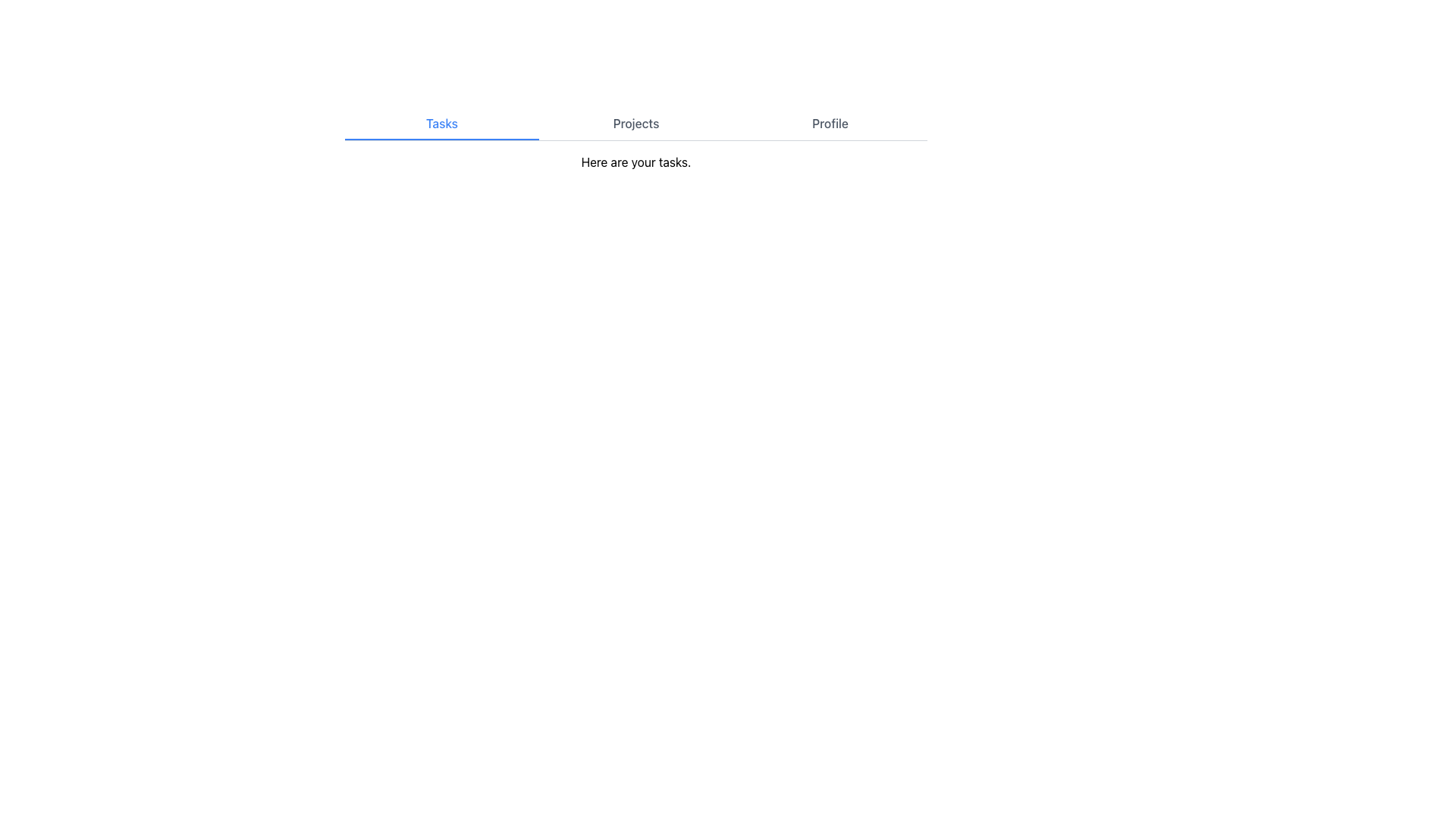  What do you see at coordinates (441, 124) in the screenshot?
I see `the 'Tasks' navigation tab located at the top of the interface` at bounding box center [441, 124].